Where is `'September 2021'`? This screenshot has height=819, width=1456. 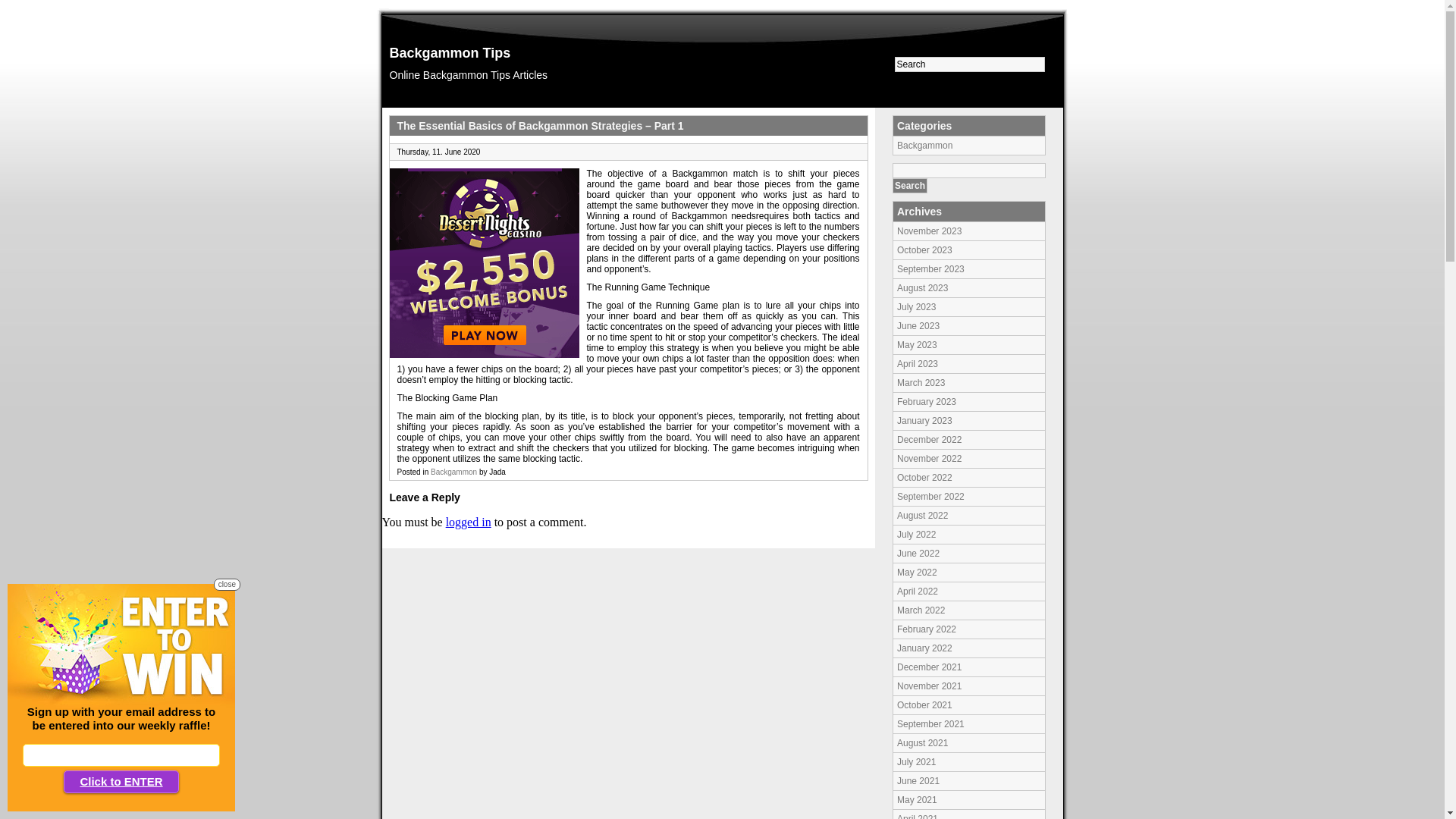
'September 2021' is located at coordinates (896, 723).